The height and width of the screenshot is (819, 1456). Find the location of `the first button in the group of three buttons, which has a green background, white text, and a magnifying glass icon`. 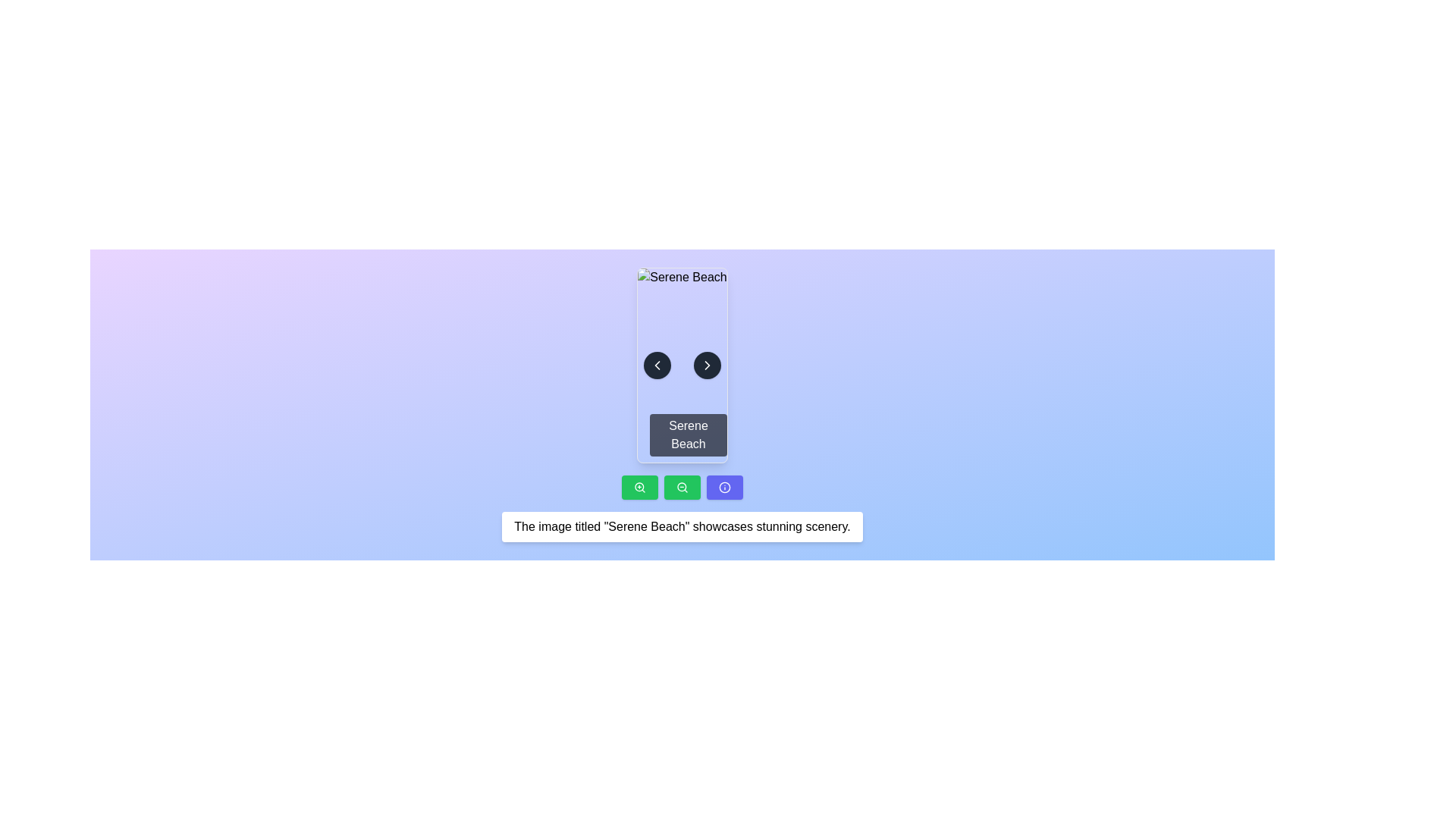

the first button in the group of three buttons, which has a green background, white text, and a magnifying glass icon is located at coordinates (640, 488).